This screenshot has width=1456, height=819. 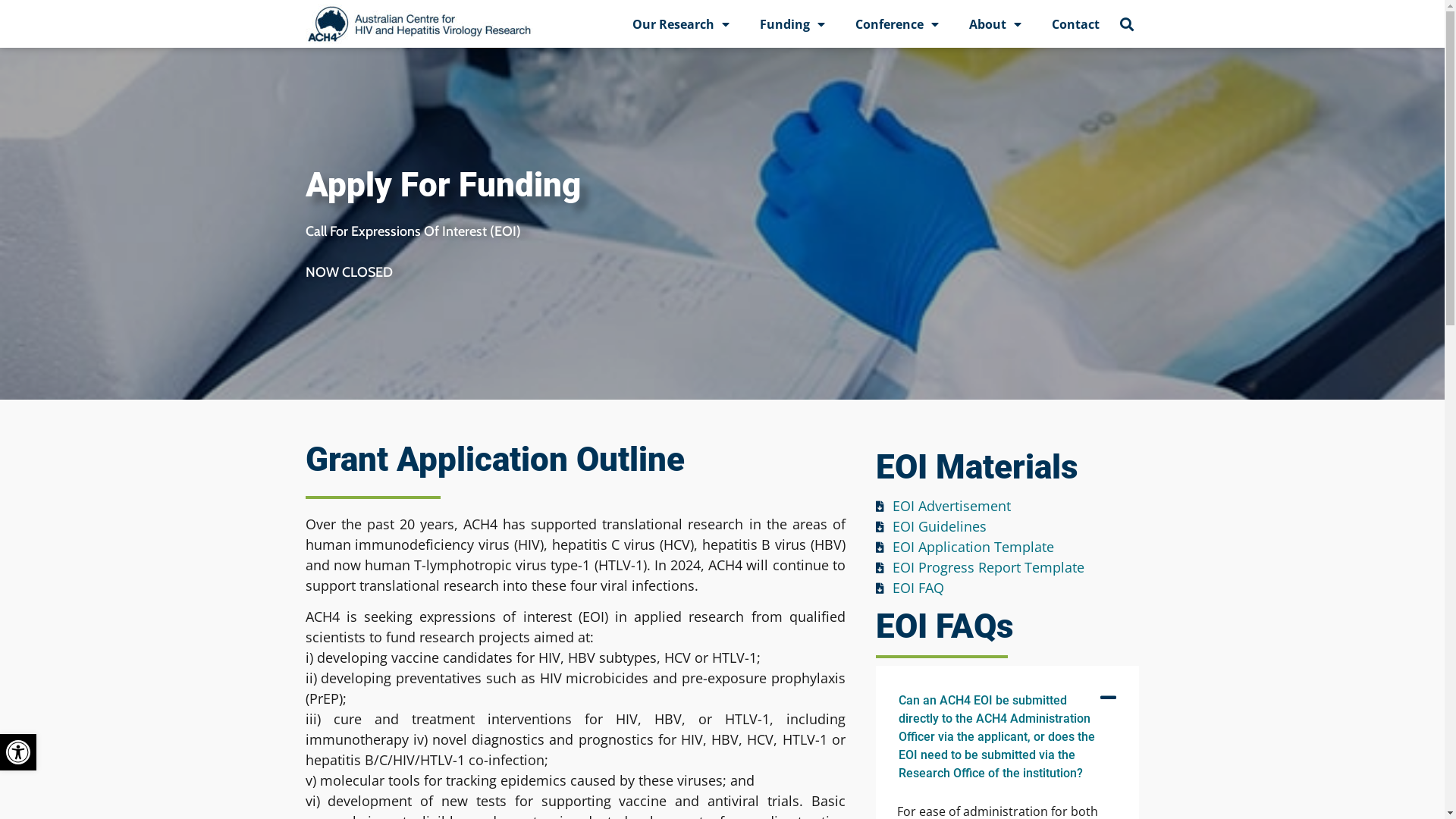 I want to click on 'Conference', so click(x=896, y=24).